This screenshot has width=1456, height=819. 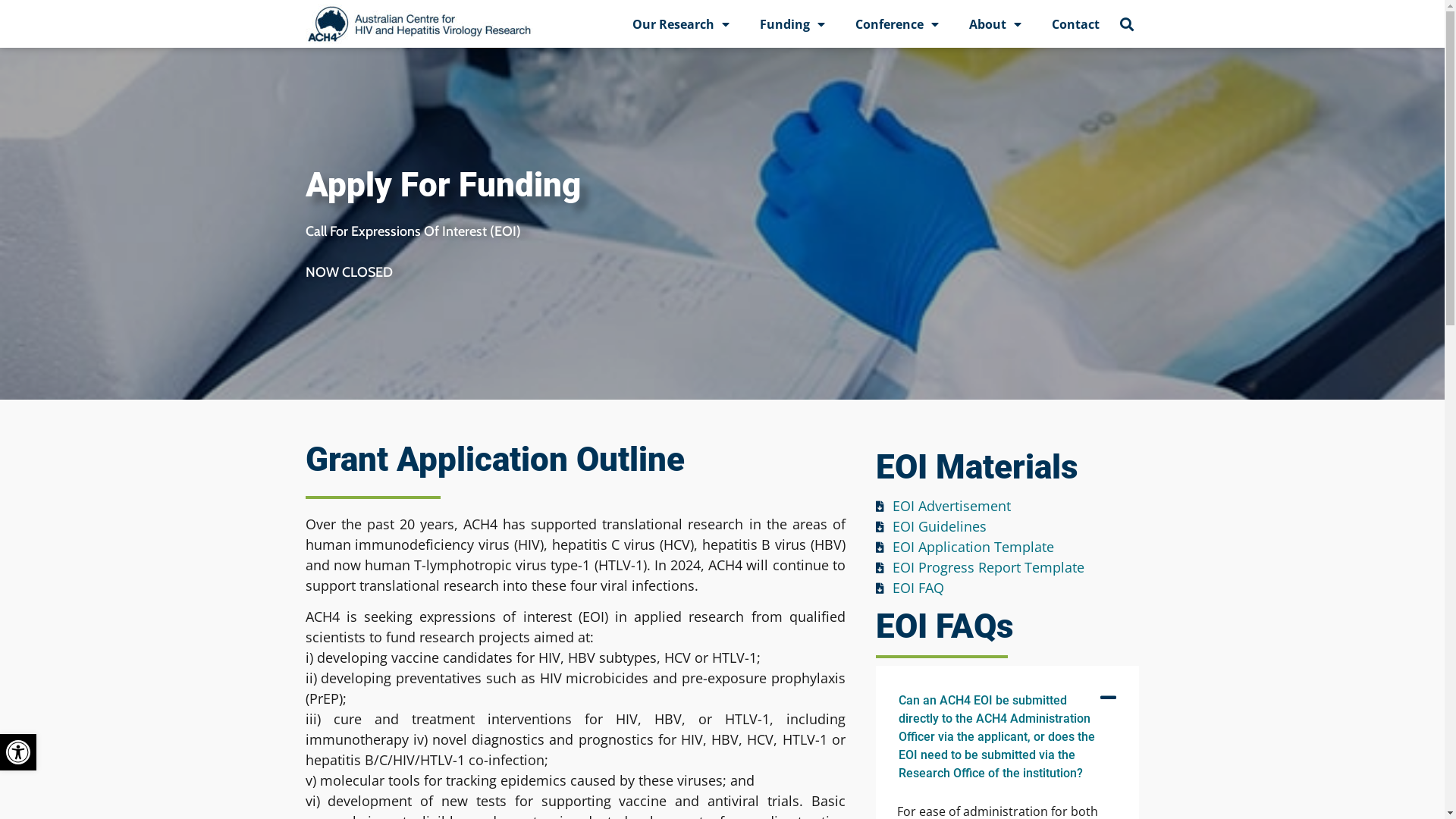 I want to click on 'Conference', so click(x=896, y=24).